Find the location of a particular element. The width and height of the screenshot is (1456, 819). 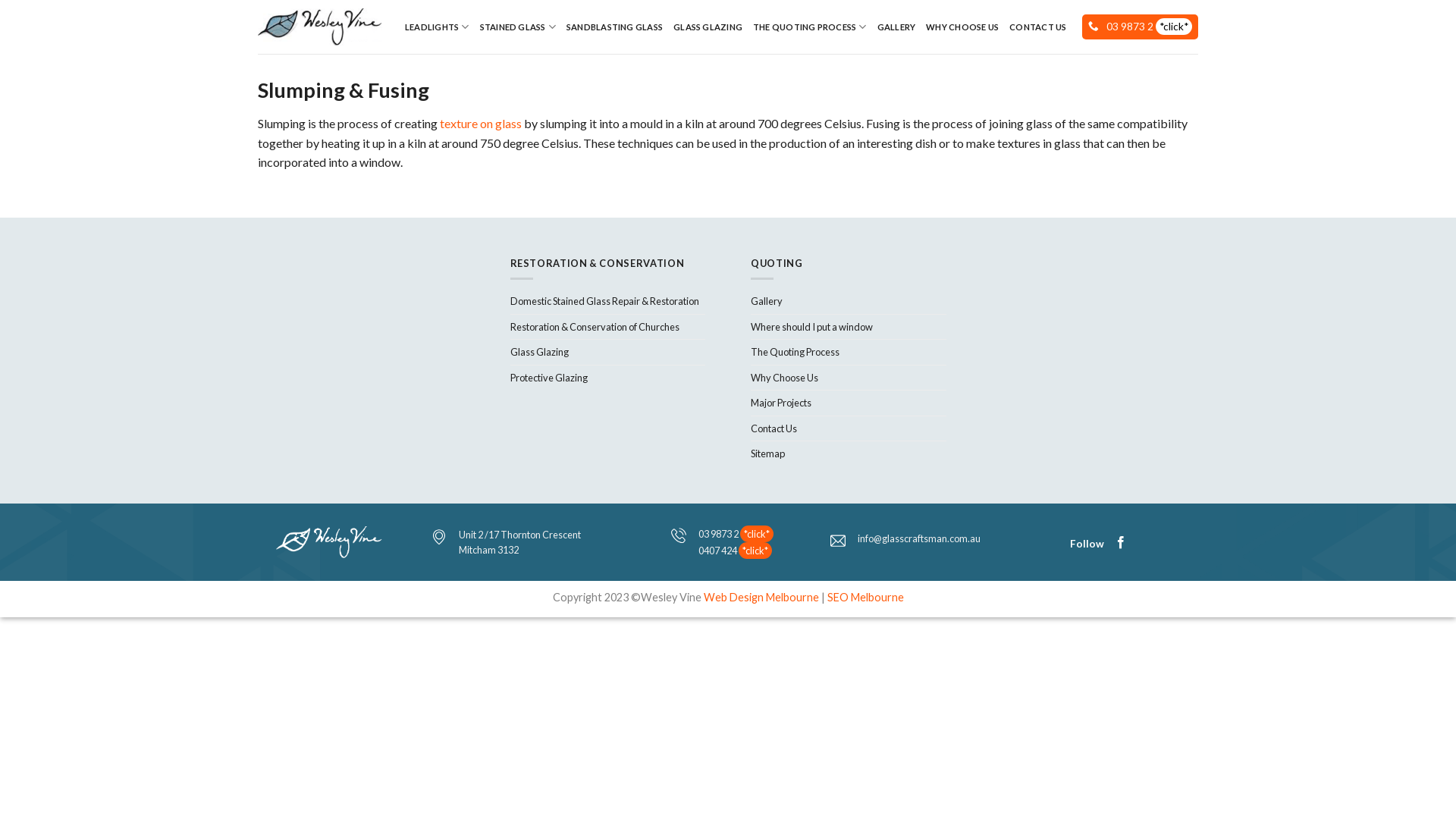

'WHY CHOOSE US' is located at coordinates (961, 27).